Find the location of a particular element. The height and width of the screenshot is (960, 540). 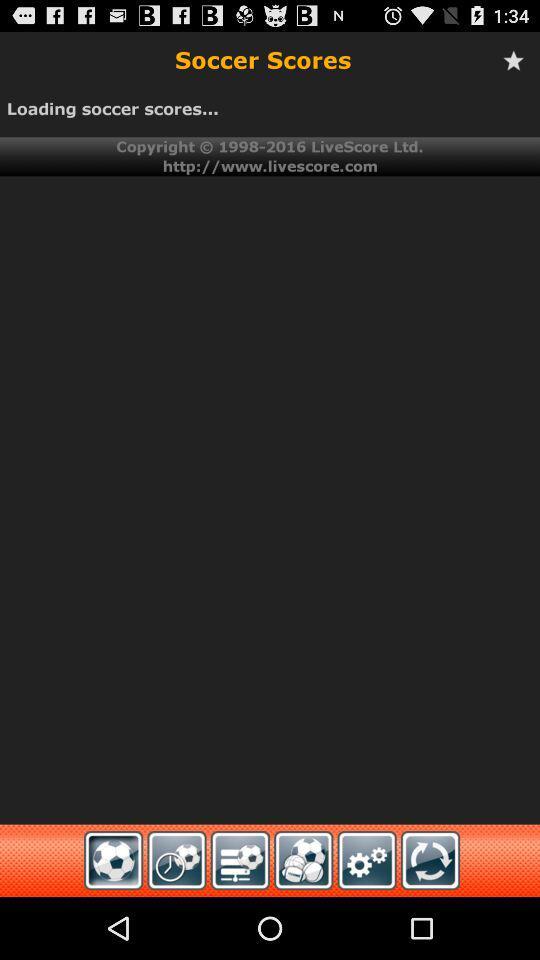

the refresh icon is located at coordinates (429, 921).